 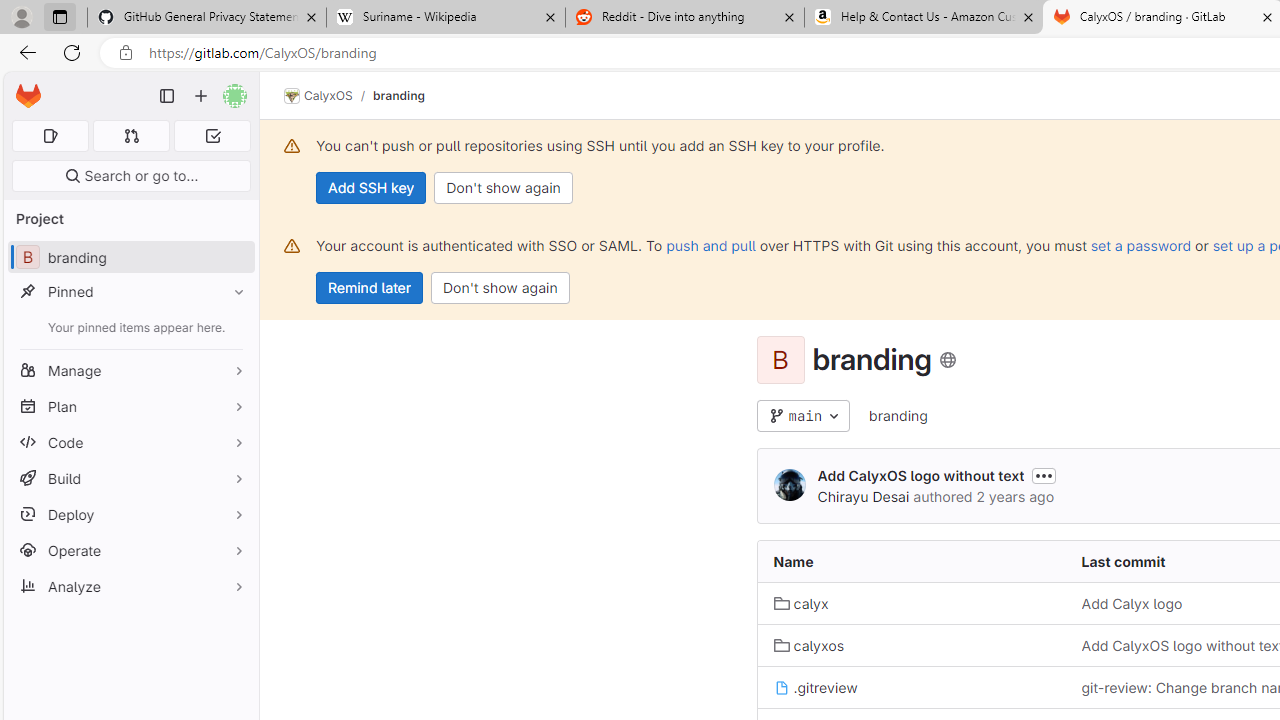 What do you see at coordinates (167, 96) in the screenshot?
I see `'Primary navigation sidebar'` at bounding box center [167, 96].